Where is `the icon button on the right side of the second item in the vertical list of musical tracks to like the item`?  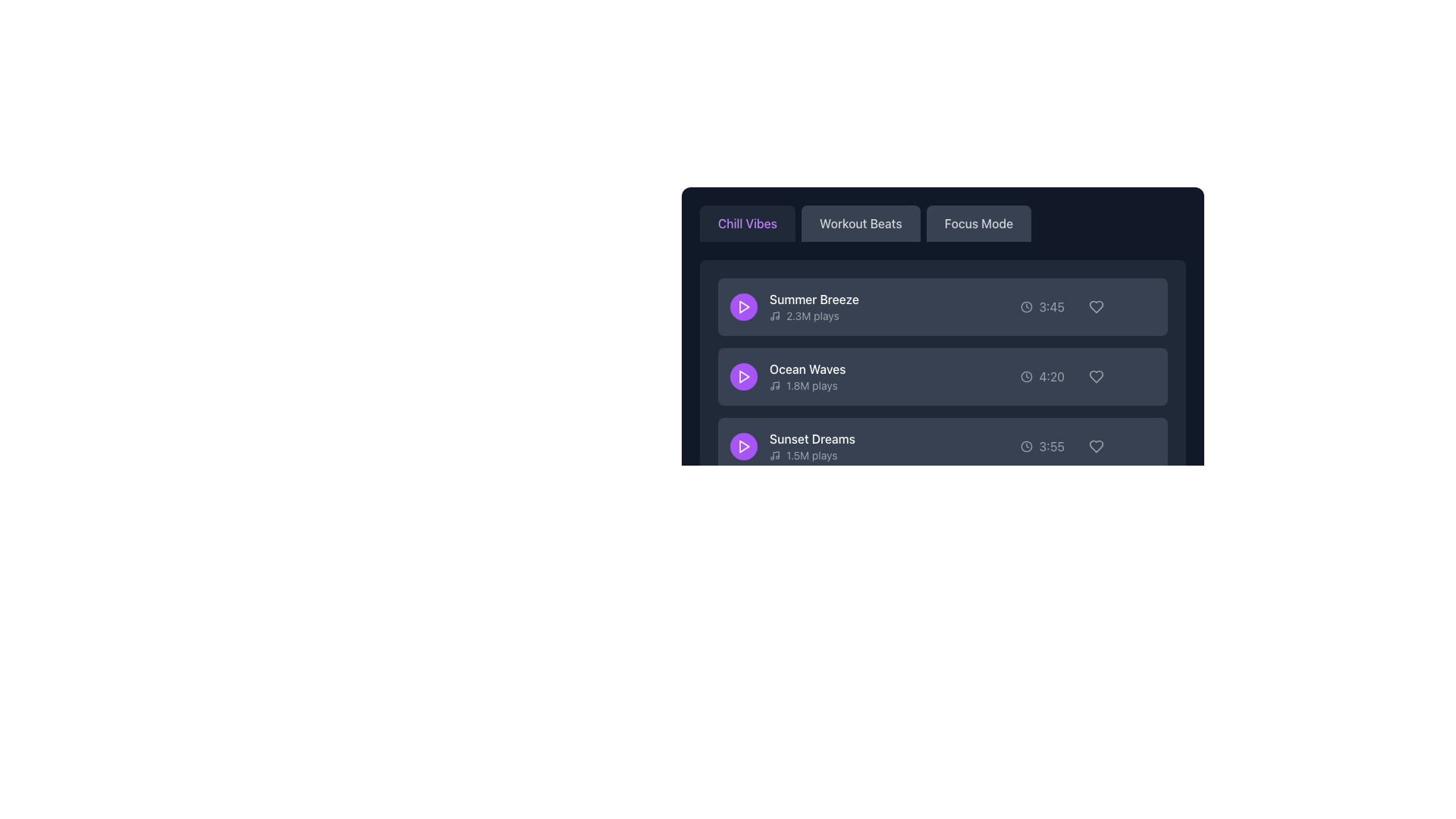
the icon button on the right side of the second item in the vertical list of musical tracks to like the item is located at coordinates (1096, 376).